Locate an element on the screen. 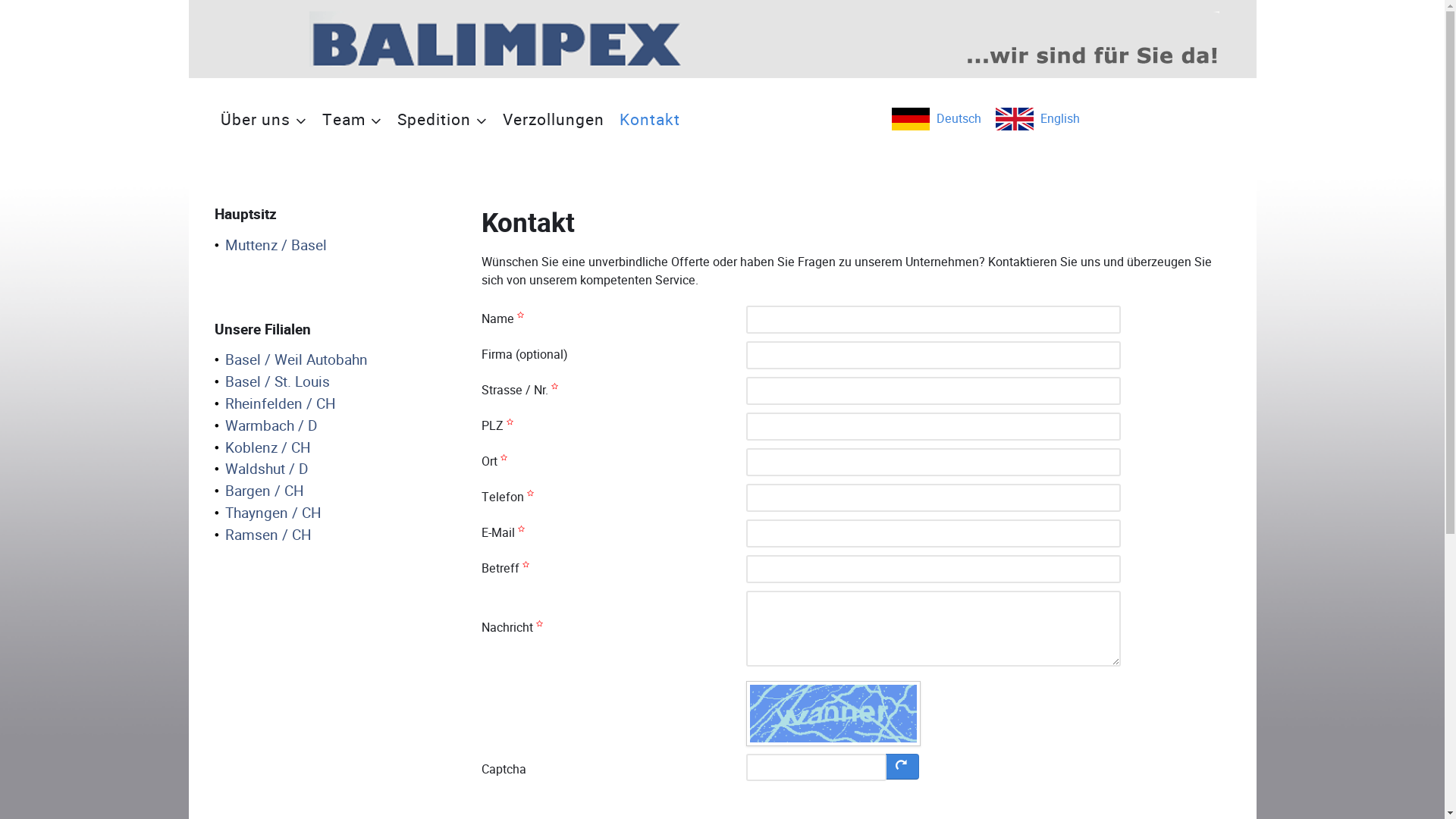 The image size is (1456, 819). 'Thayngen / CH' is located at coordinates (268, 513).